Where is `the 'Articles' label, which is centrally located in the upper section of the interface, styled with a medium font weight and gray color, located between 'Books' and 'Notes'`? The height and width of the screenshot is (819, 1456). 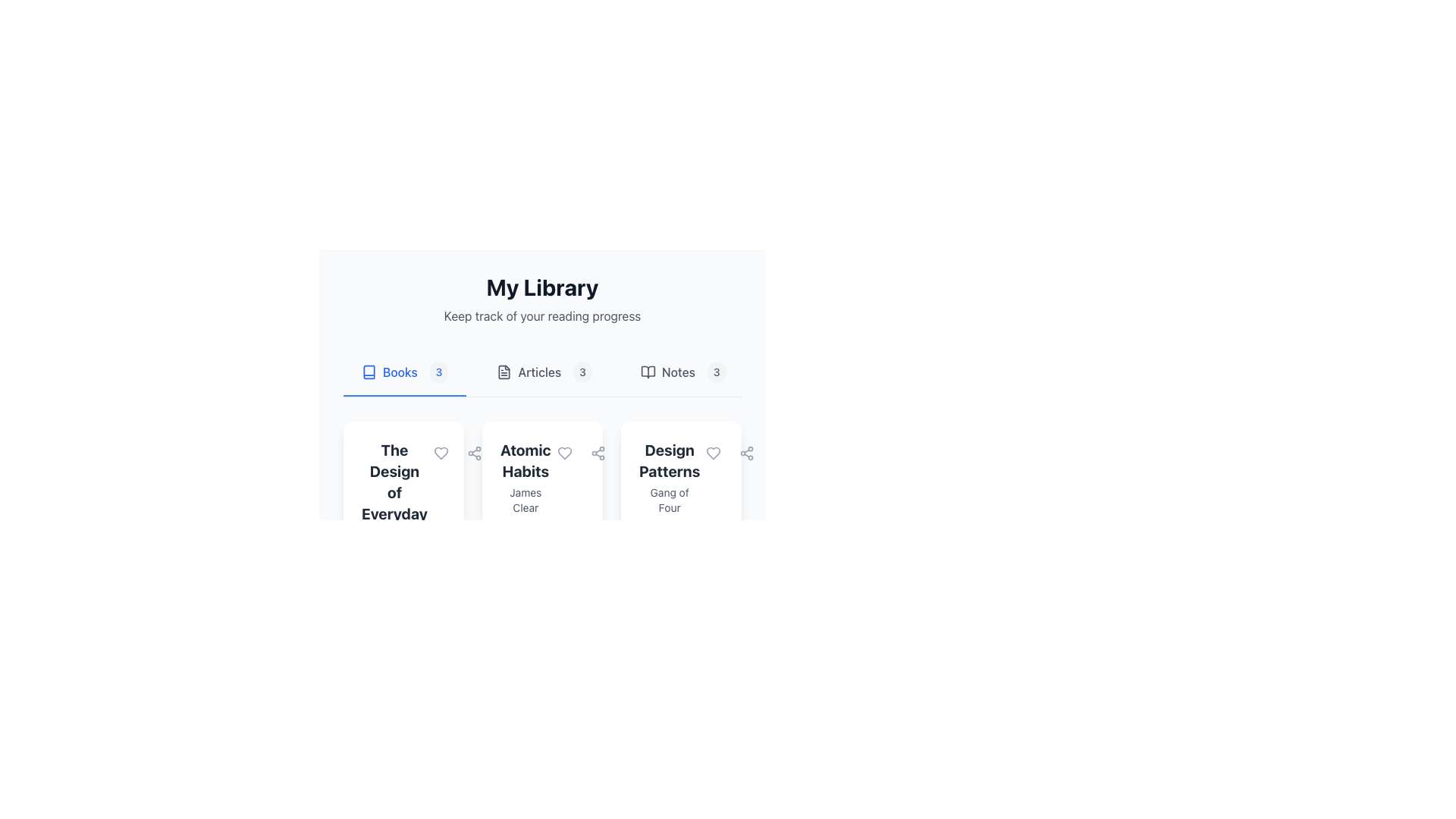 the 'Articles' label, which is centrally located in the upper section of the interface, styled with a medium font weight and gray color, located between 'Books' and 'Notes' is located at coordinates (539, 372).